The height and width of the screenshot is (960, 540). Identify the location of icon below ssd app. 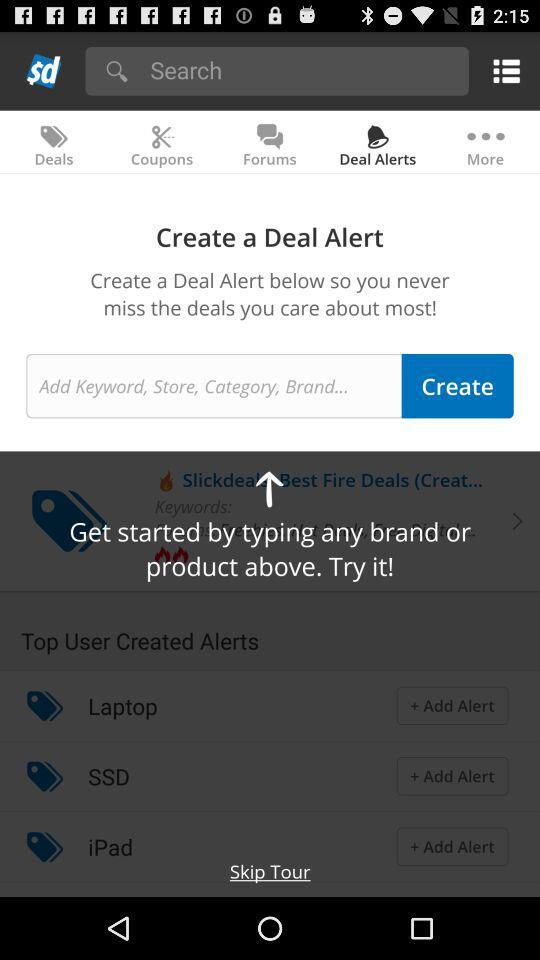
(110, 845).